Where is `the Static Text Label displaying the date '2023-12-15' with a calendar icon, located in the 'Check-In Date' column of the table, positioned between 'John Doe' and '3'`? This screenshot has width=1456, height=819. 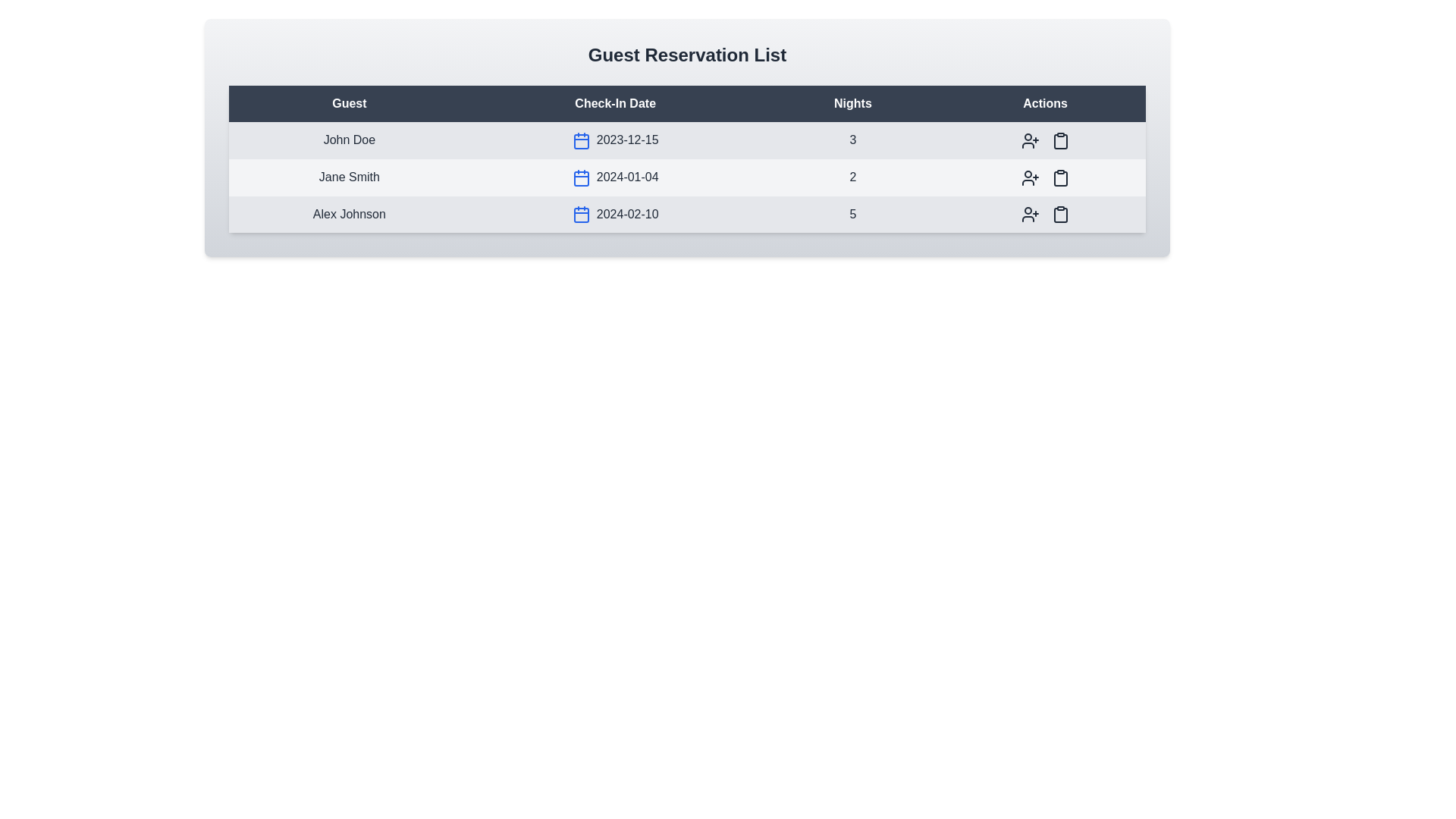 the Static Text Label displaying the date '2023-12-15' with a calendar icon, located in the 'Check-In Date' column of the table, positioned between 'John Doe' and '3' is located at coordinates (615, 140).